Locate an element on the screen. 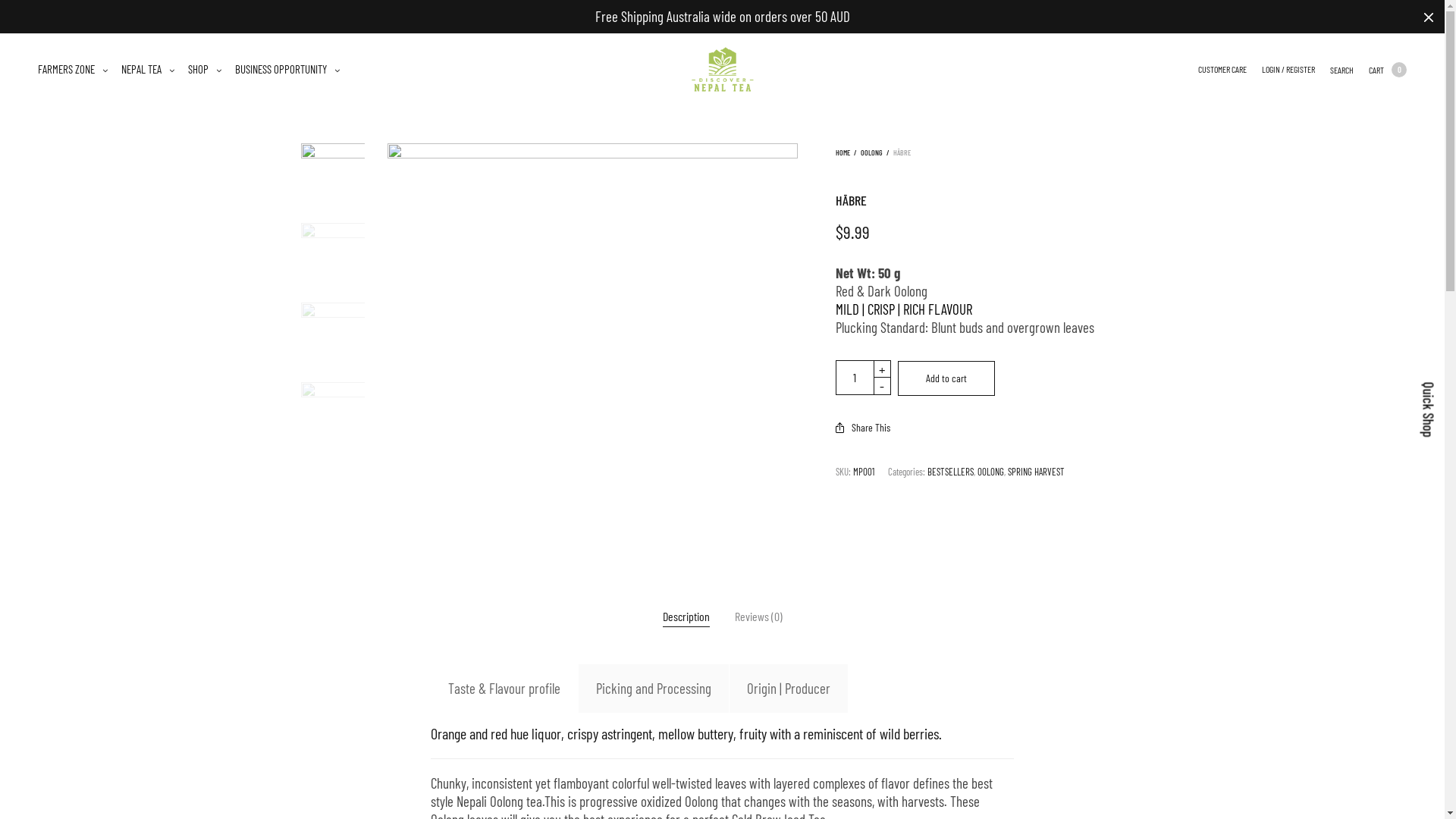 The height and width of the screenshot is (819, 1456). 'Qty' is located at coordinates (835, 376).